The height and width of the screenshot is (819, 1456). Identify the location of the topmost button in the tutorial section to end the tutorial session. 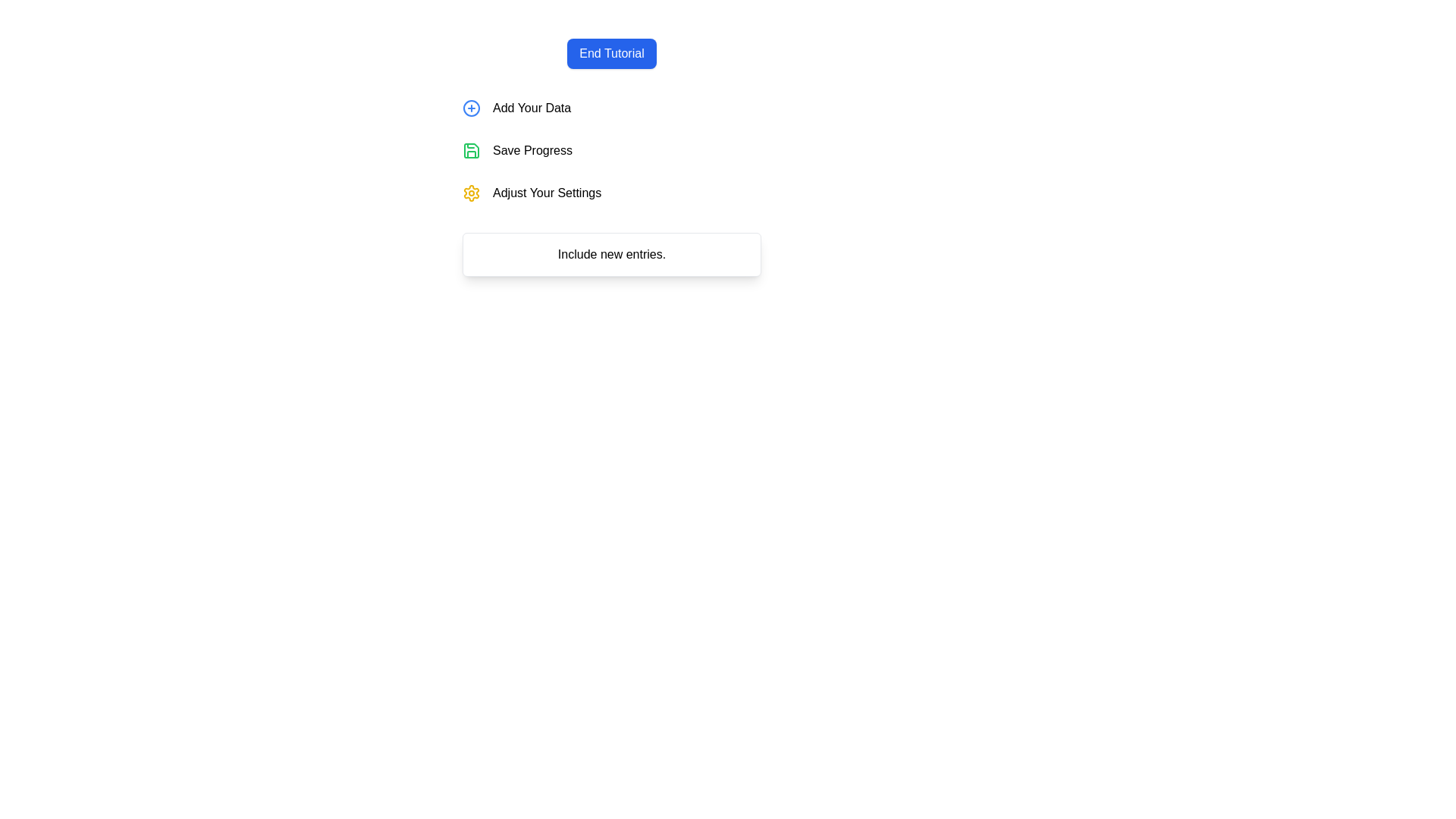
(611, 52).